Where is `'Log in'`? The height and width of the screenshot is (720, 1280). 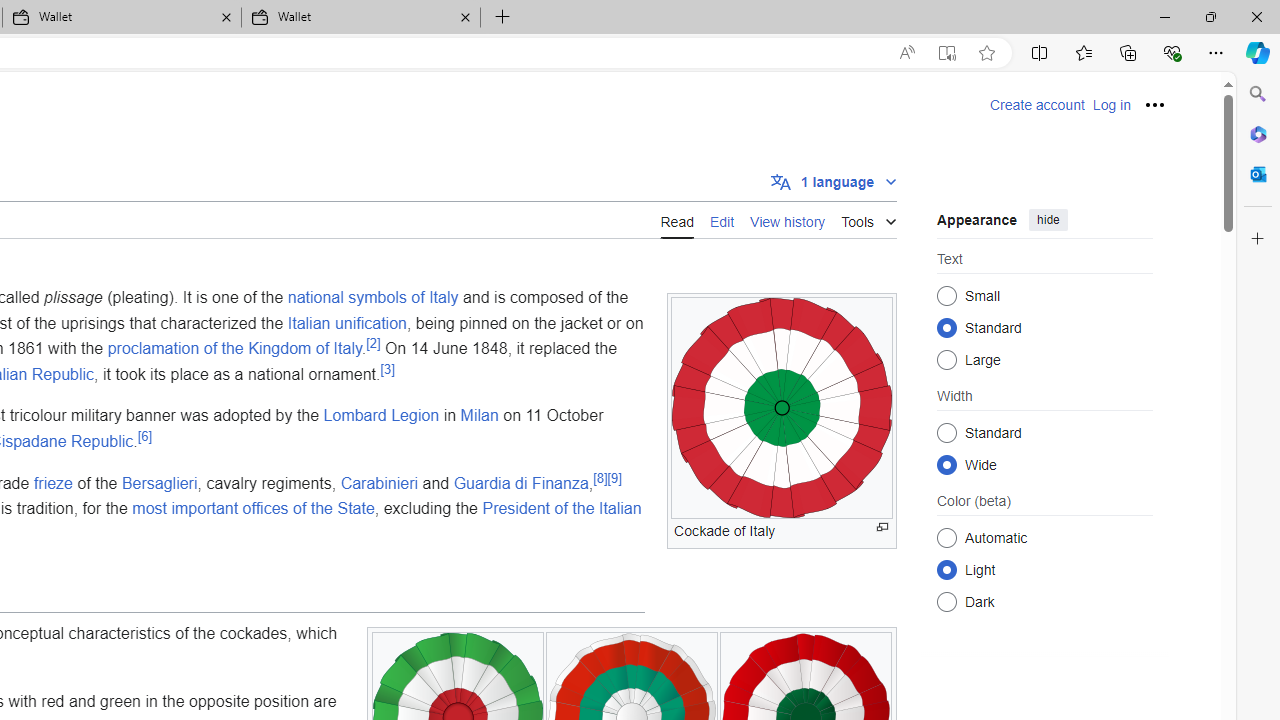
'Log in' is located at coordinates (1110, 105).